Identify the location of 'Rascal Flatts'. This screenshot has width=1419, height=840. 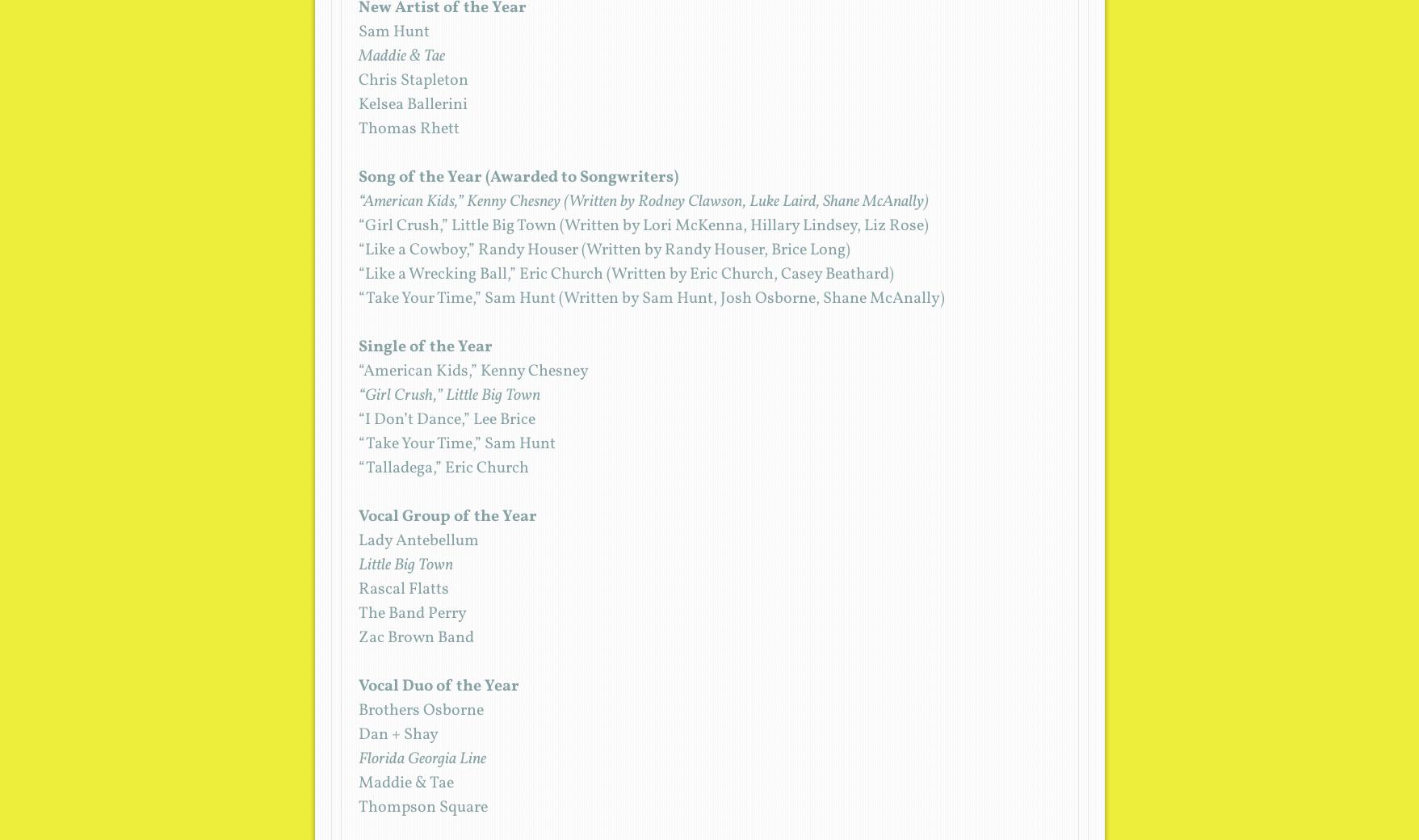
(401, 589).